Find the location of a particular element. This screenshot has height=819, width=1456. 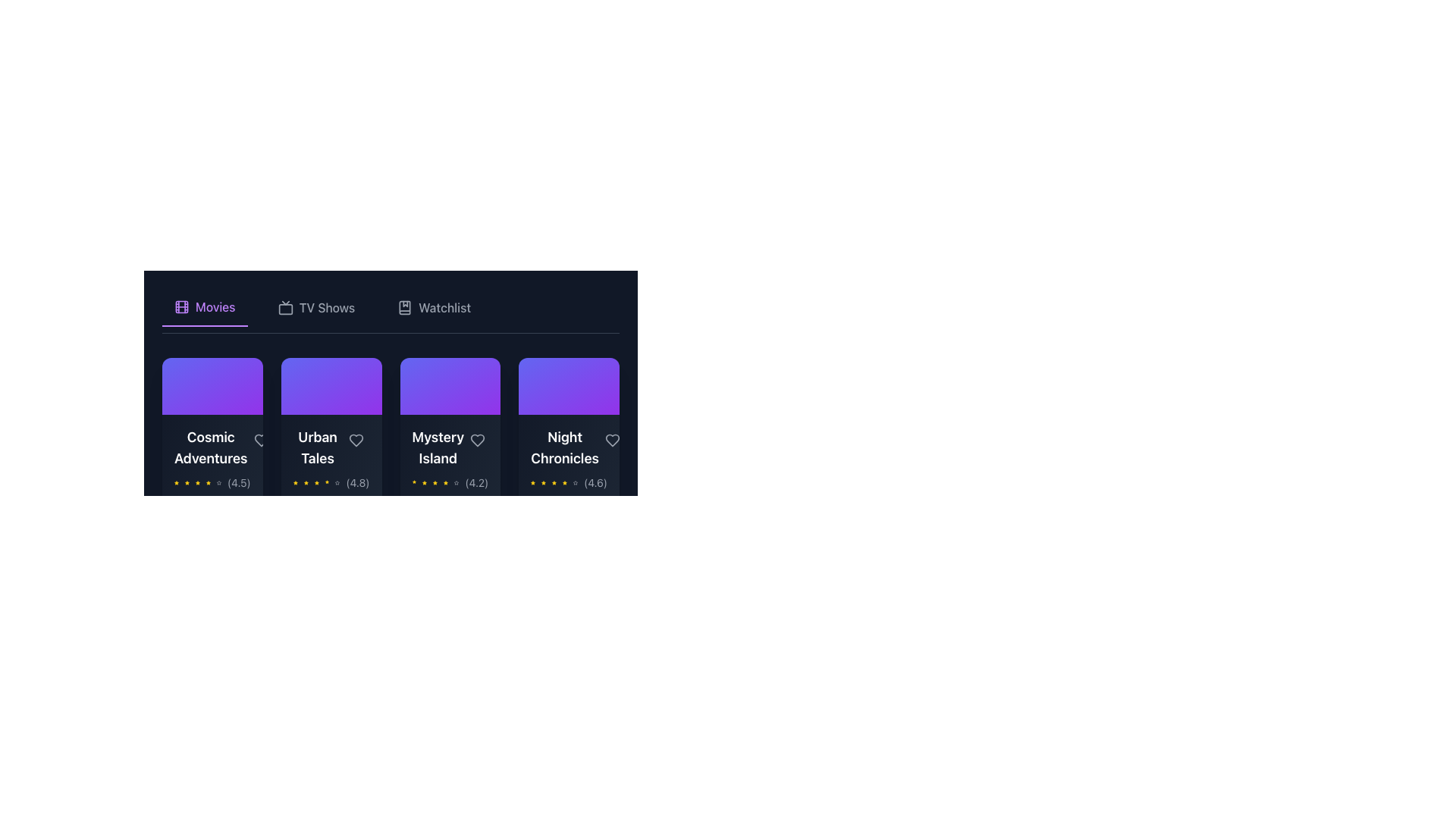

the heart icon button associated with 'Urban Tales' is located at coordinates (355, 440).